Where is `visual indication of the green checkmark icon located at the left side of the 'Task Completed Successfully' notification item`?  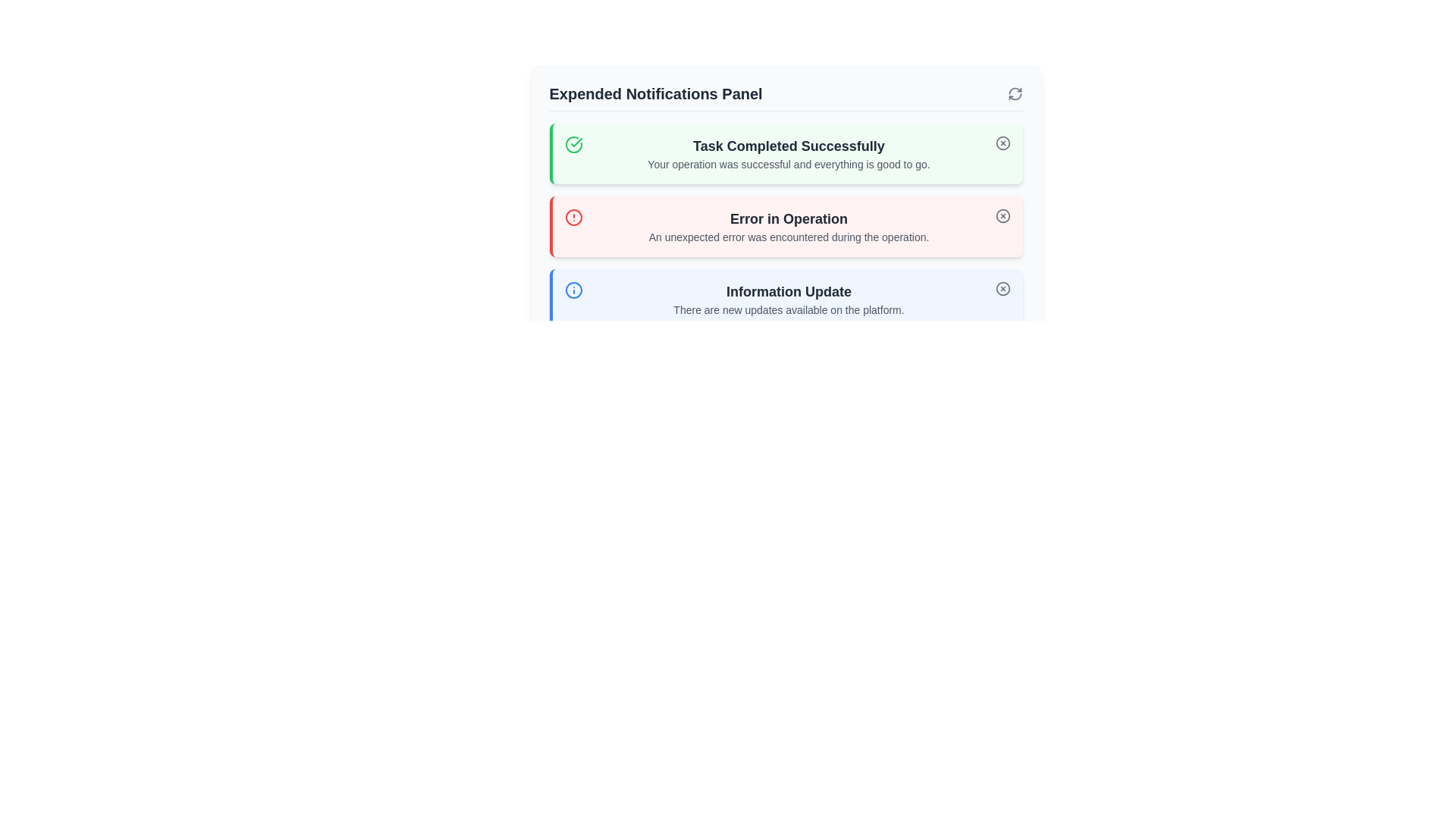 visual indication of the green checkmark icon located at the left side of the 'Task Completed Successfully' notification item is located at coordinates (575, 143).